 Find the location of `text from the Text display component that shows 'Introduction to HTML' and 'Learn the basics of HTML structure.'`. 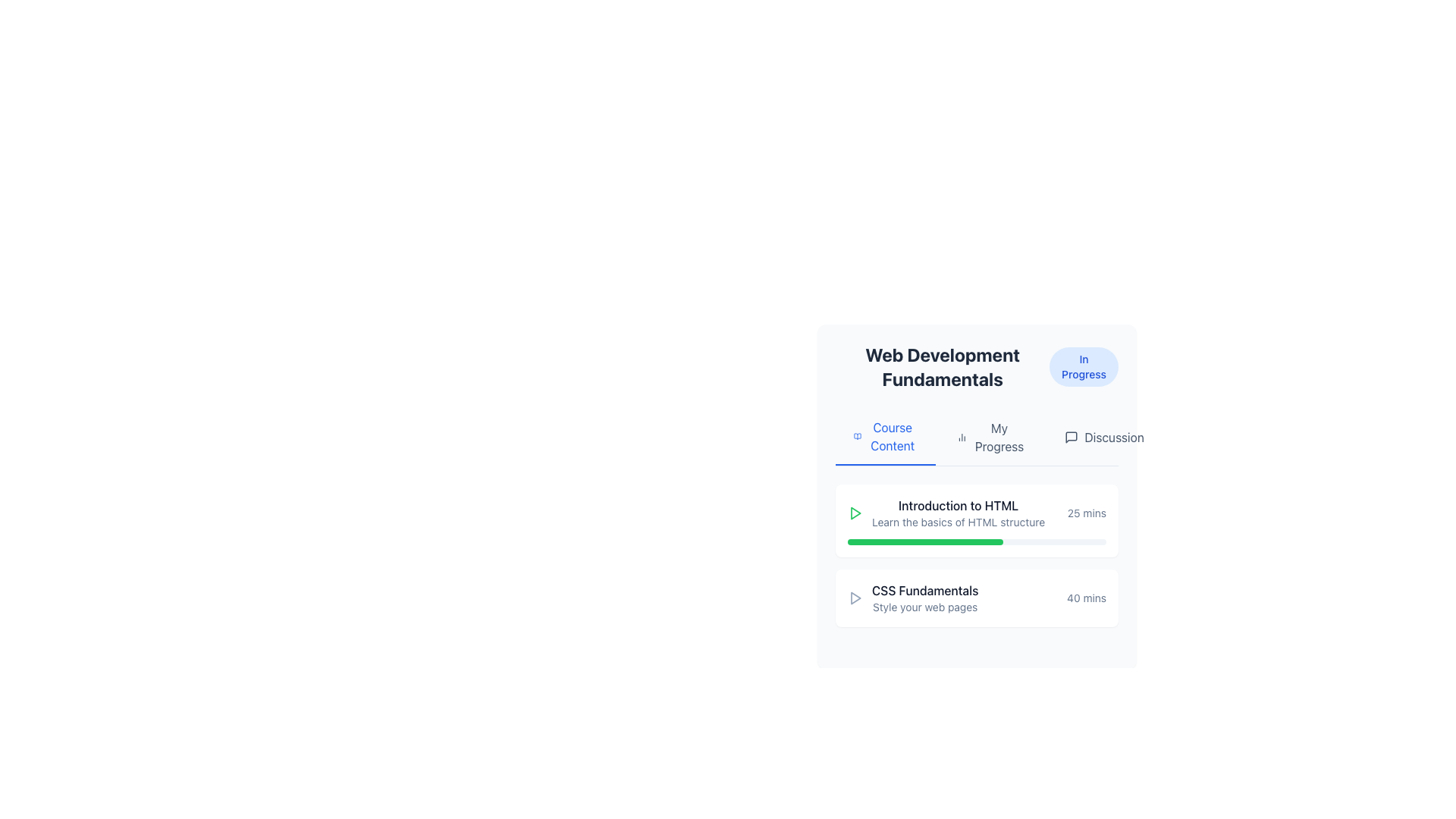

text from the Text display component that shows 'Introduction to HTML' and 'Learn the basics of HTML structure.' is located at coordinates (958, 513).